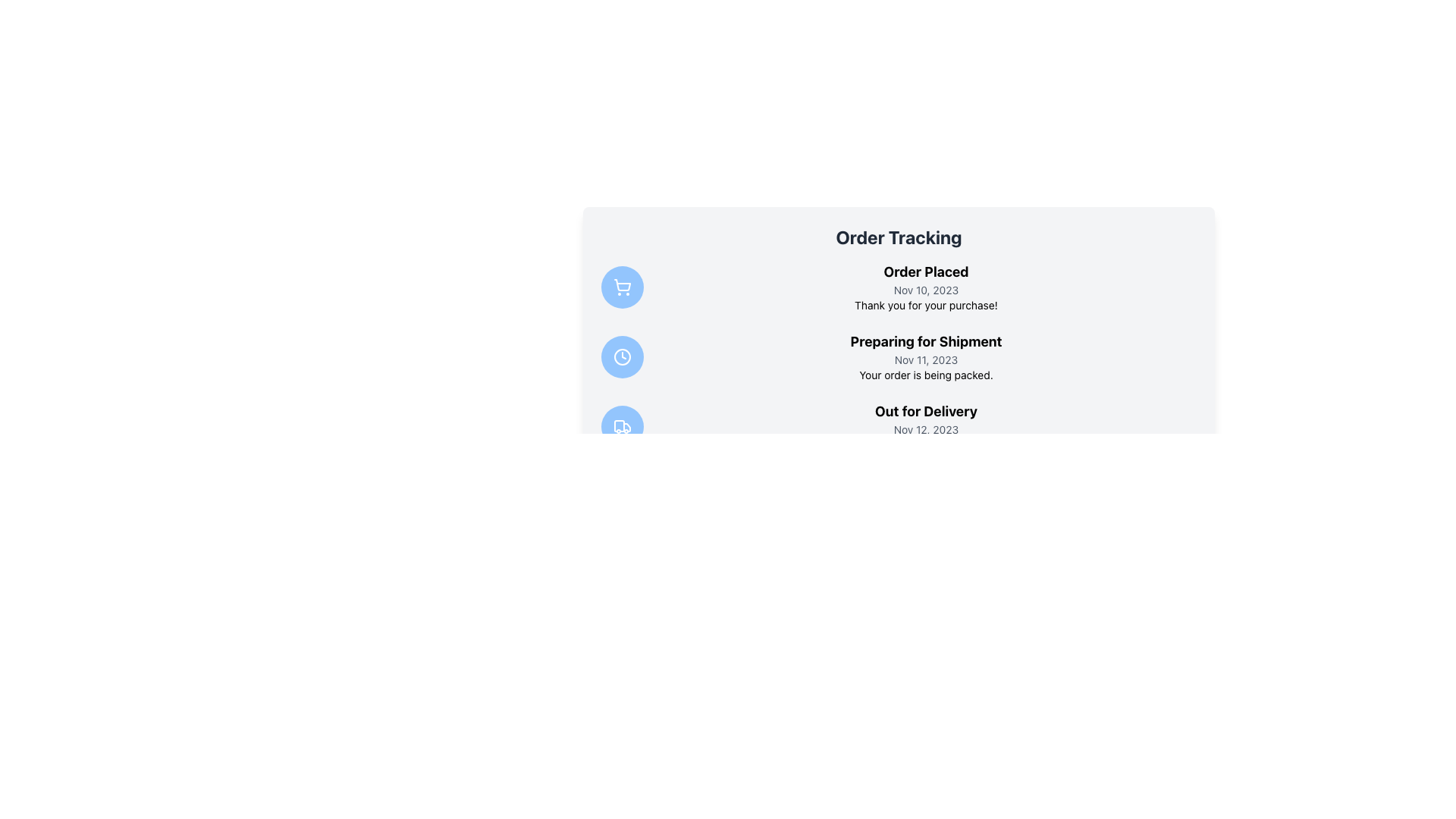  Describe the element at coordinates (925, 375) in the screenshot. I see `the text label that indicates the progress of the delivery process, specifically stating that the order is currently being packed, located to the right of the respective icon` at that location.